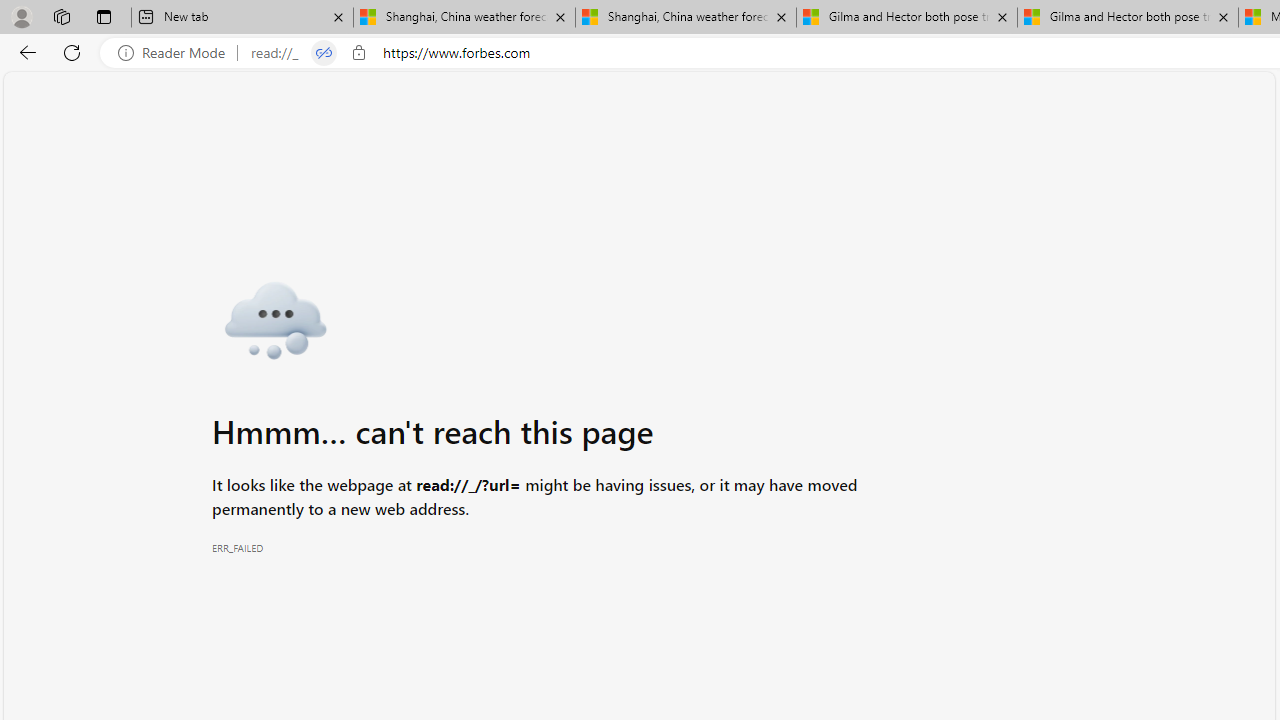  I want to click on 'Shanghai, China weather forecast | Microsoft Weather', so click(686, 17).